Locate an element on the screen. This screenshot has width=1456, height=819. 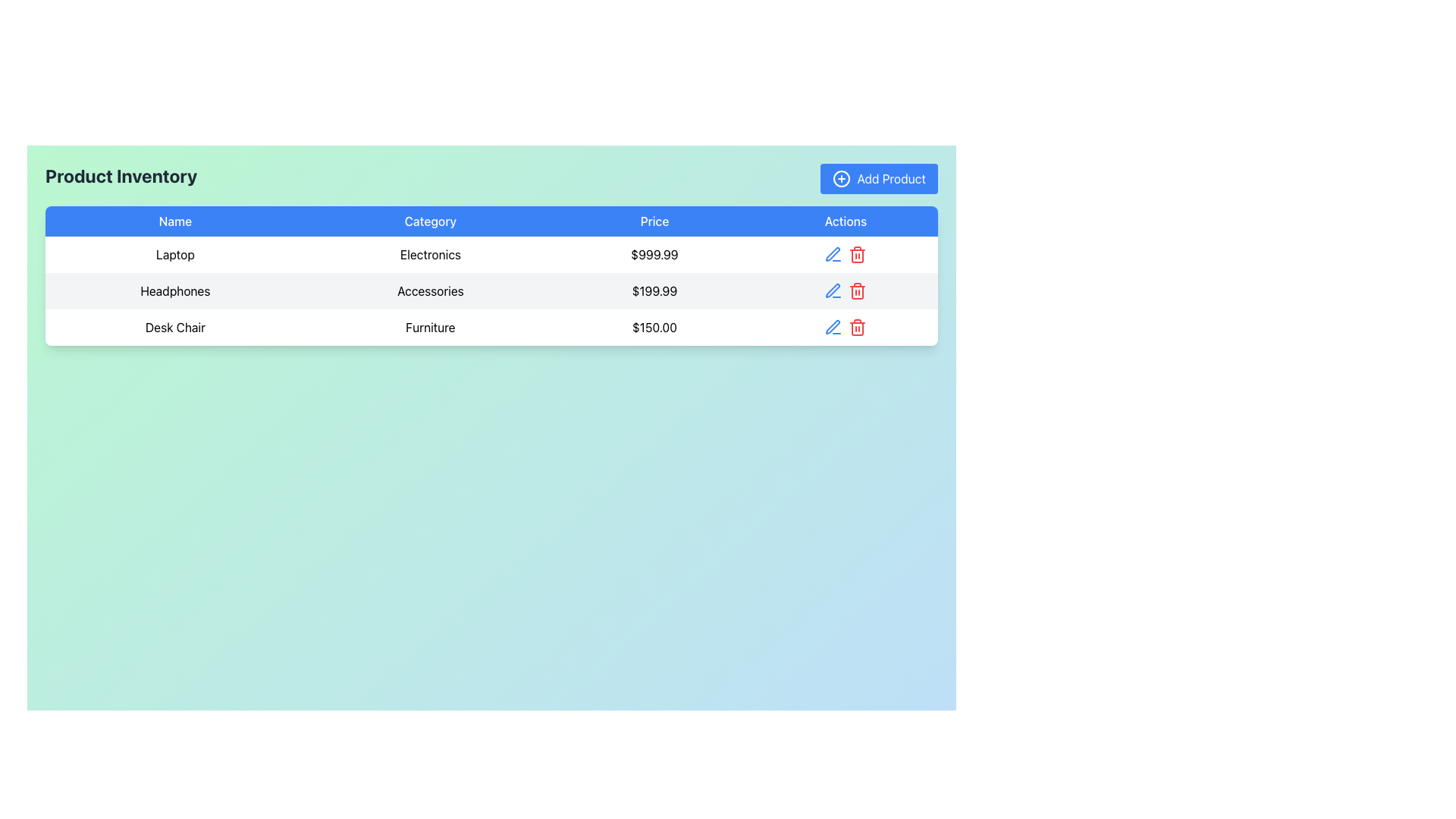
the blue pencil icon in the Button Group located in the last row of the table under the 'Actions' column is located at coordinates (845, 327).